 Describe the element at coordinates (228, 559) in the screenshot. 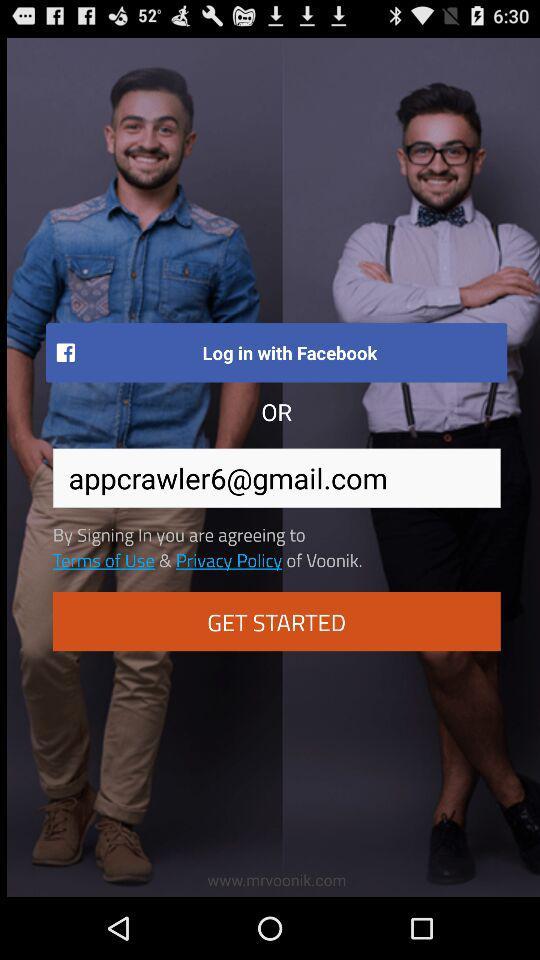

I see `item above get started item` at that location.